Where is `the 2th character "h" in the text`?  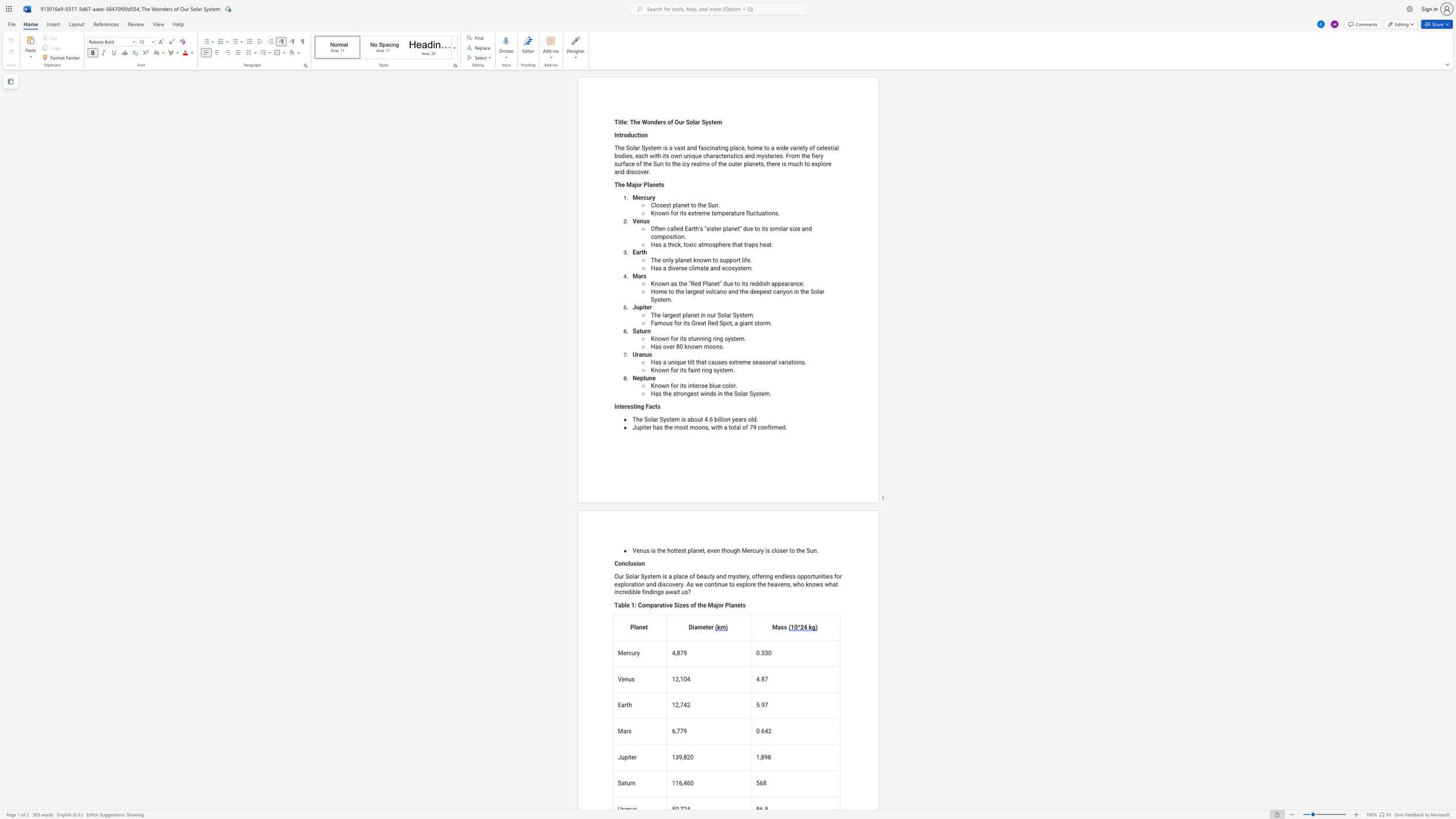 the 2th character "h" in the text is located at coordinates (668, 427).